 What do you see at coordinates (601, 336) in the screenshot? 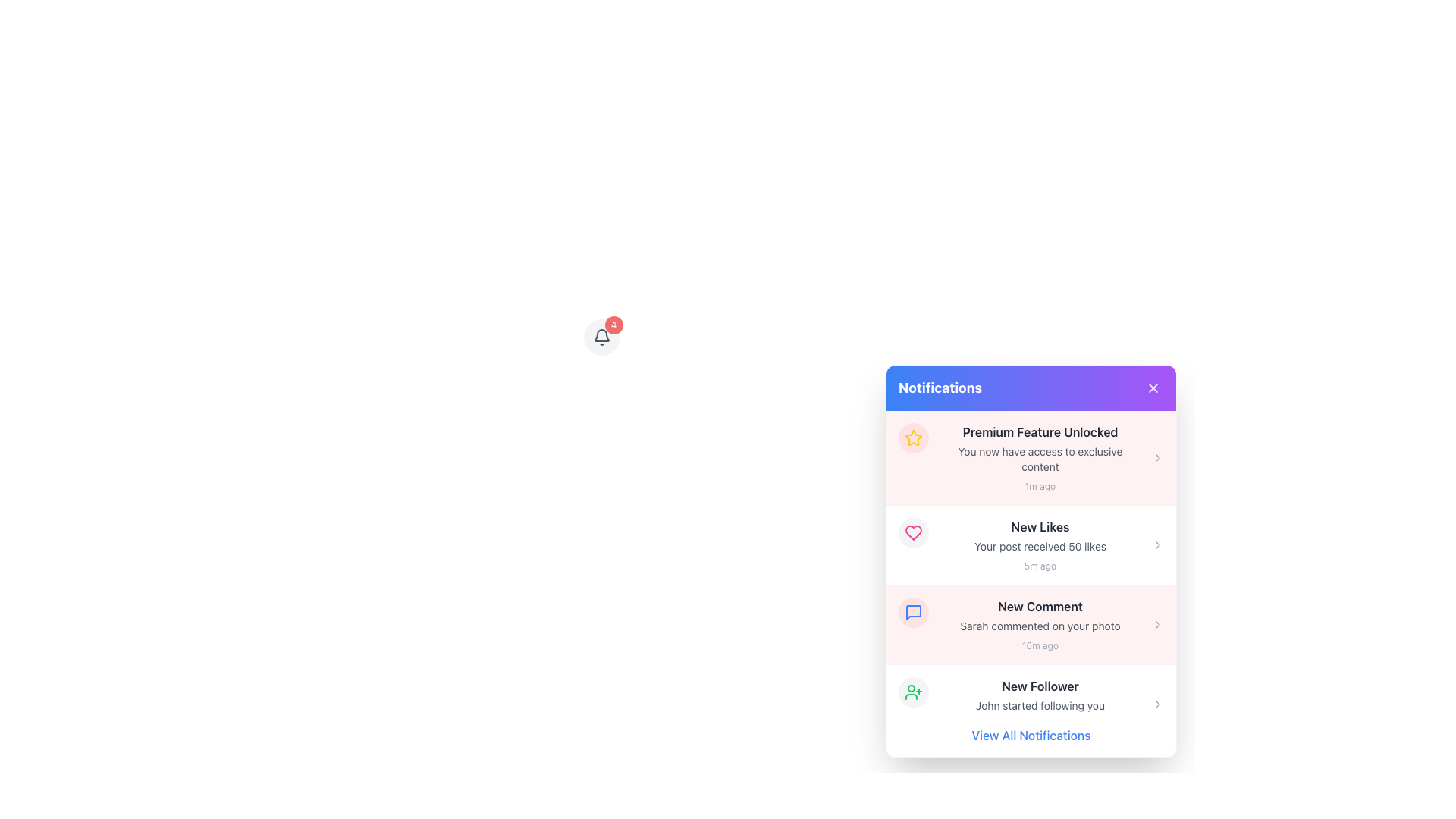
I see `the Icon with badge located in the notifications dropdown` at bounding box center [601, 336].